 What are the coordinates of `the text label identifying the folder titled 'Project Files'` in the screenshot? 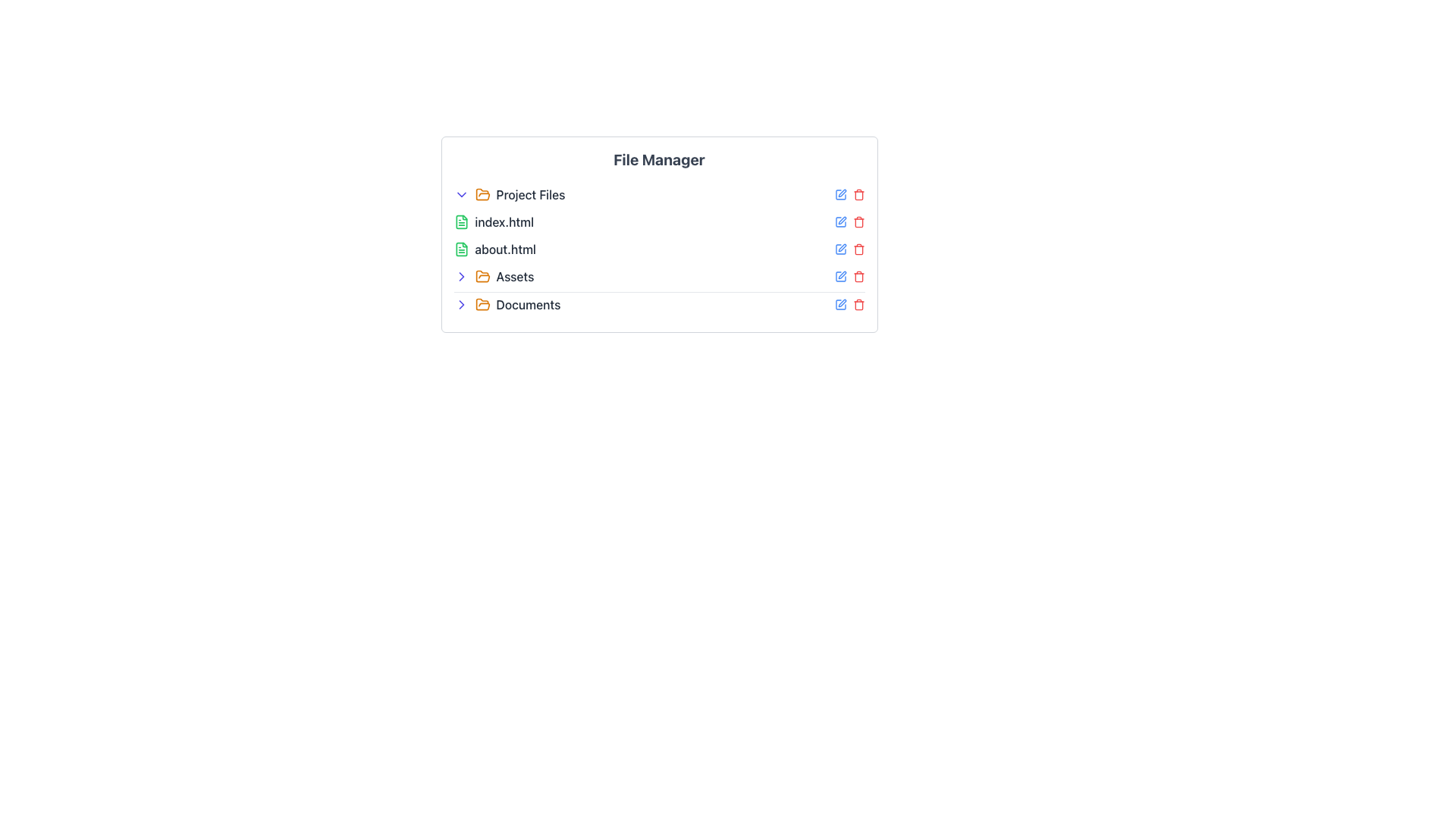 It's located at (530, 194).